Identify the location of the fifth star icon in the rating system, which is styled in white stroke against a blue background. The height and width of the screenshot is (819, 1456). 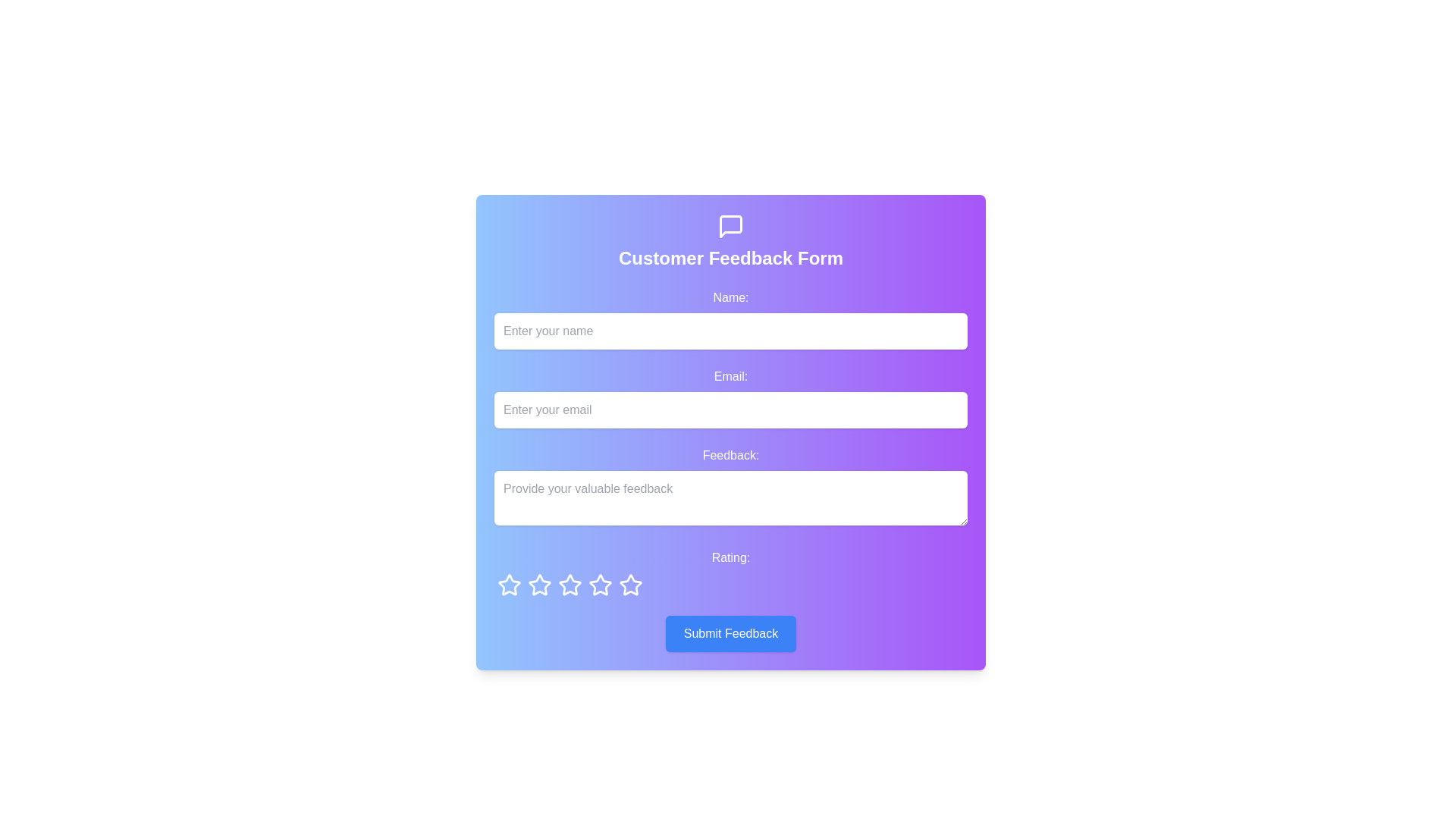
(600, 584).